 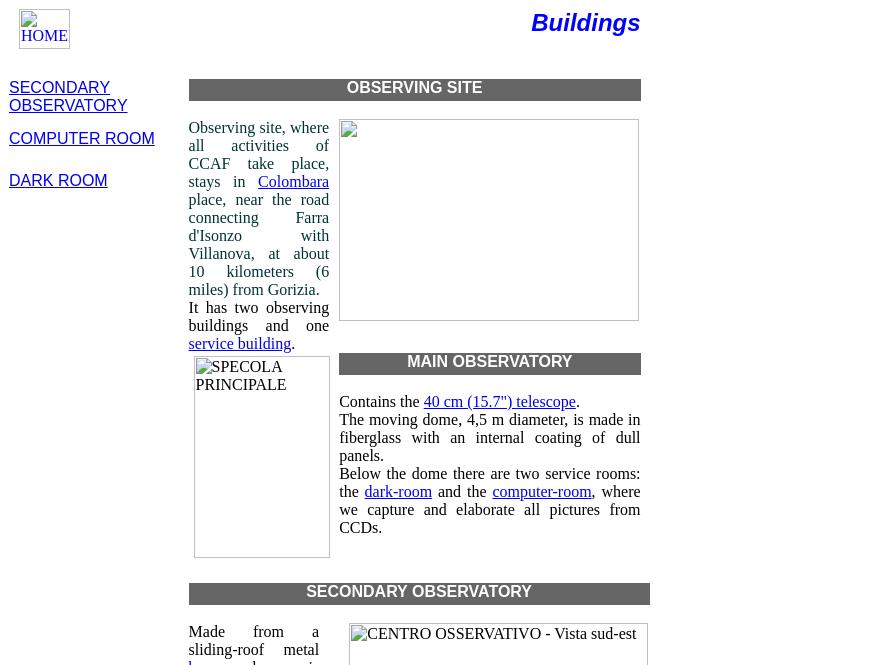 What do you see at coordinates (489, 436) in the screenshot?
I see `'The moving dome, 4,5 m diameter, is made in fiberglass with an internal coating of dull panels.'` at bounding box center [489, 436].